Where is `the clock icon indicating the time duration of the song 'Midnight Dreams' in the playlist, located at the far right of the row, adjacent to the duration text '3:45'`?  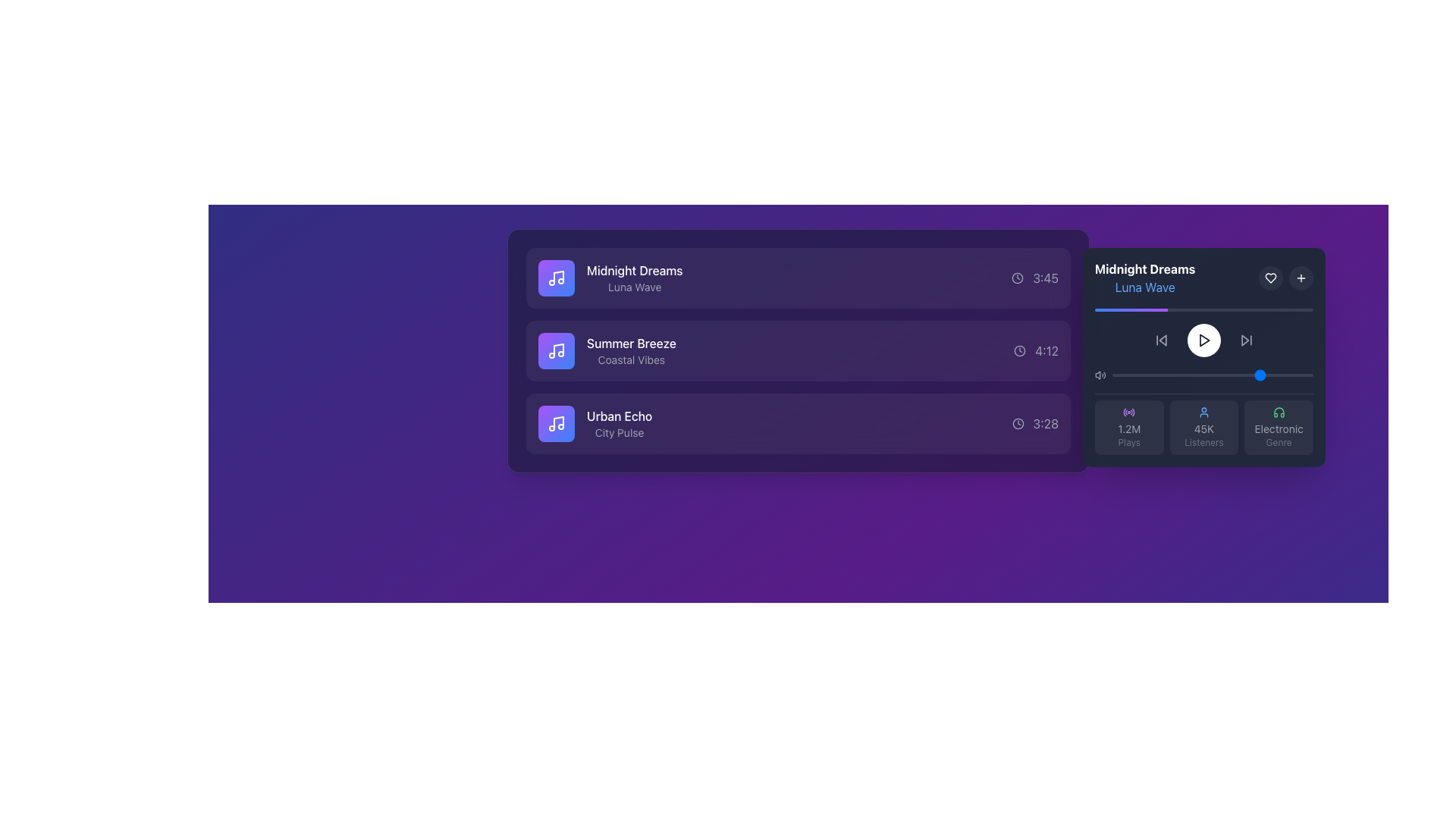 the clock icon indicating the time duration of the song 'Midnight Dreams' in the playlist, located at the far right of the row, adjacent to the duration text '3:45' is located at coordinates (1018, 278).